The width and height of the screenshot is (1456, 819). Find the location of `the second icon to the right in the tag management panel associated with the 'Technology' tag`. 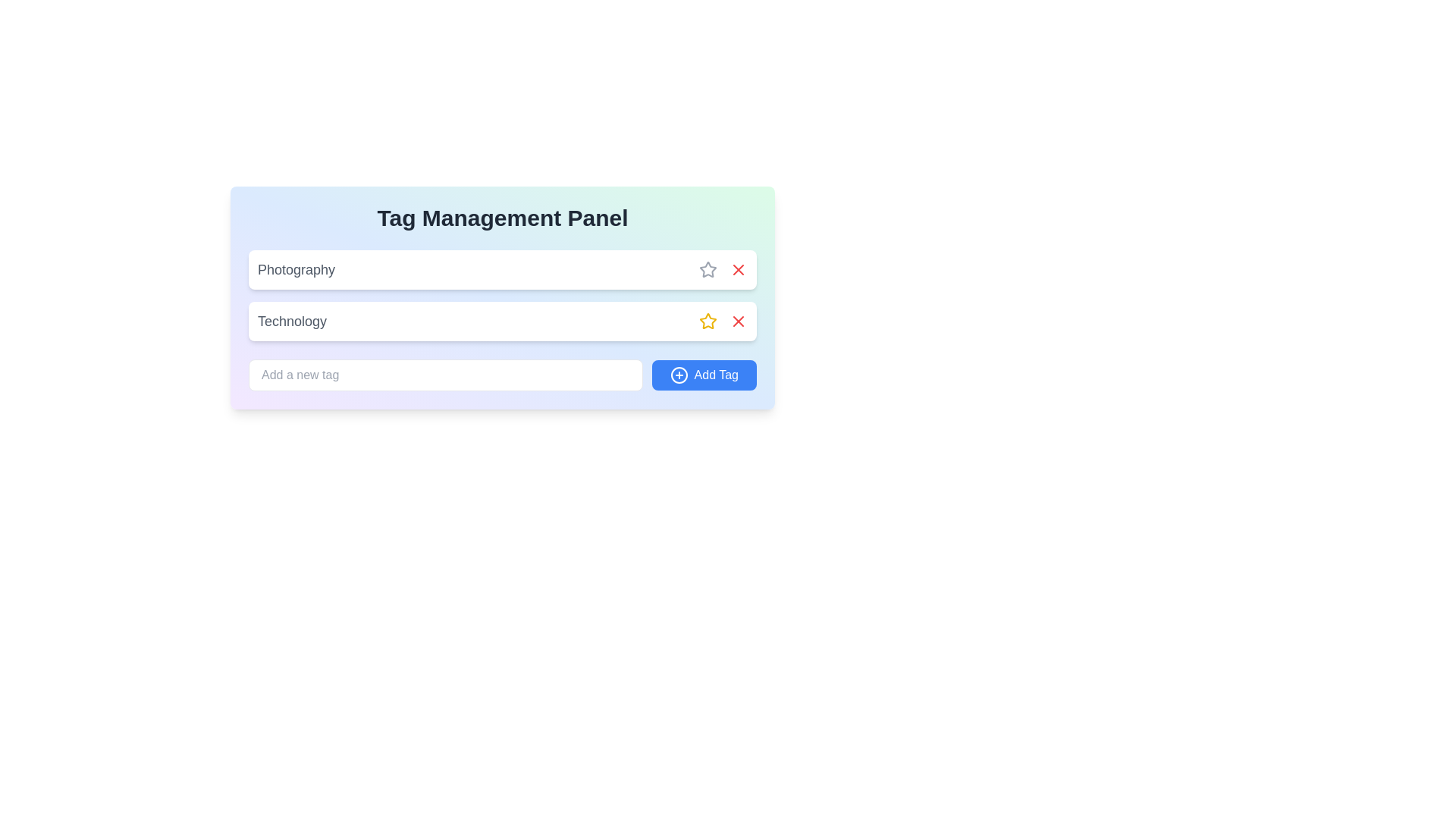

the second icon to the right in the tag management panel associated with the 'Technology' tag is located at coordinates (723, 321).